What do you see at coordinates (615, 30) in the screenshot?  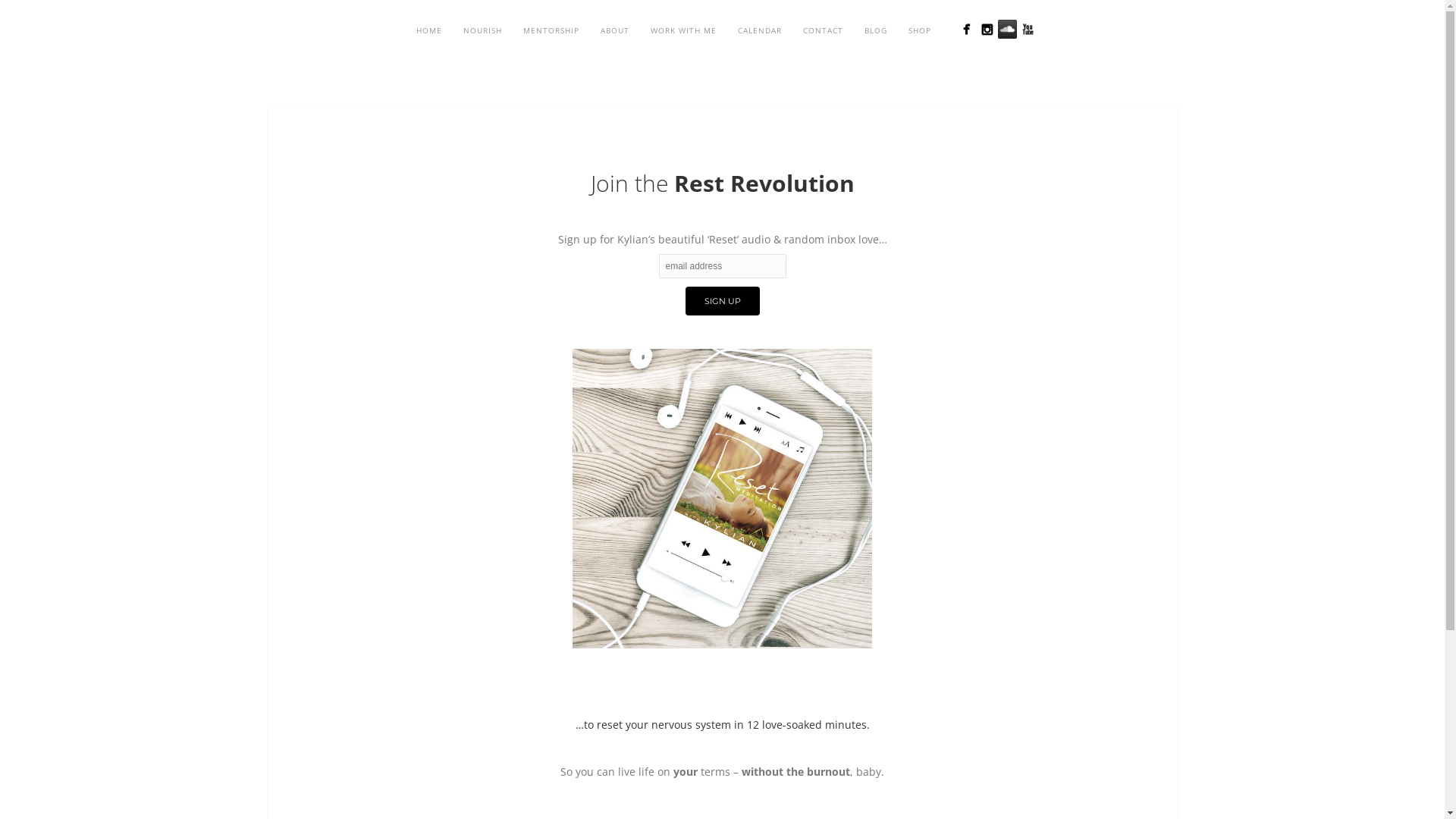 I see `'ABOUT'` at bounding box center [615, 30].